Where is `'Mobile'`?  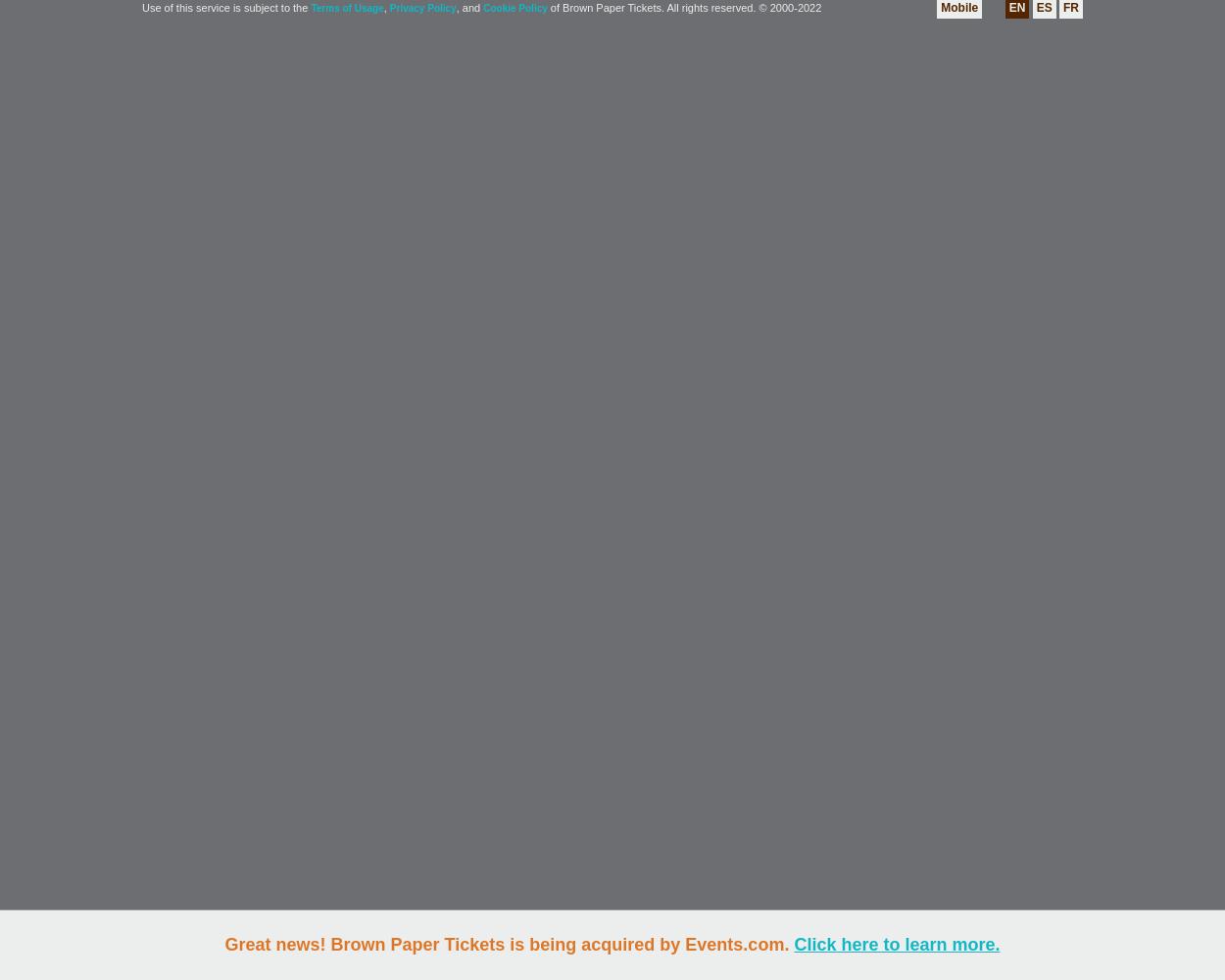
'Mobile' is located at coordinates (940, 8).